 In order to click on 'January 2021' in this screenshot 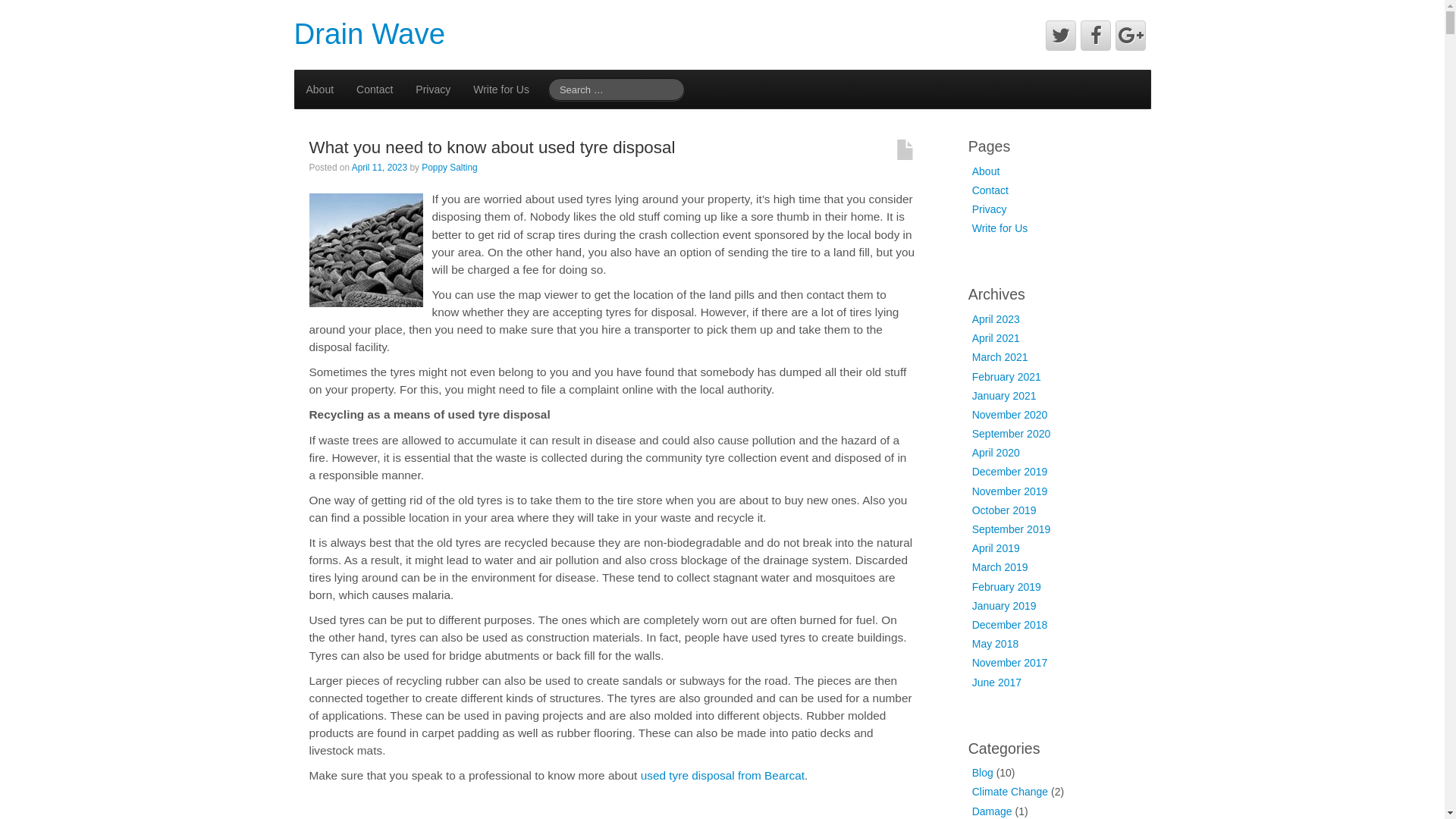, I will do `click(1004, 394)`.